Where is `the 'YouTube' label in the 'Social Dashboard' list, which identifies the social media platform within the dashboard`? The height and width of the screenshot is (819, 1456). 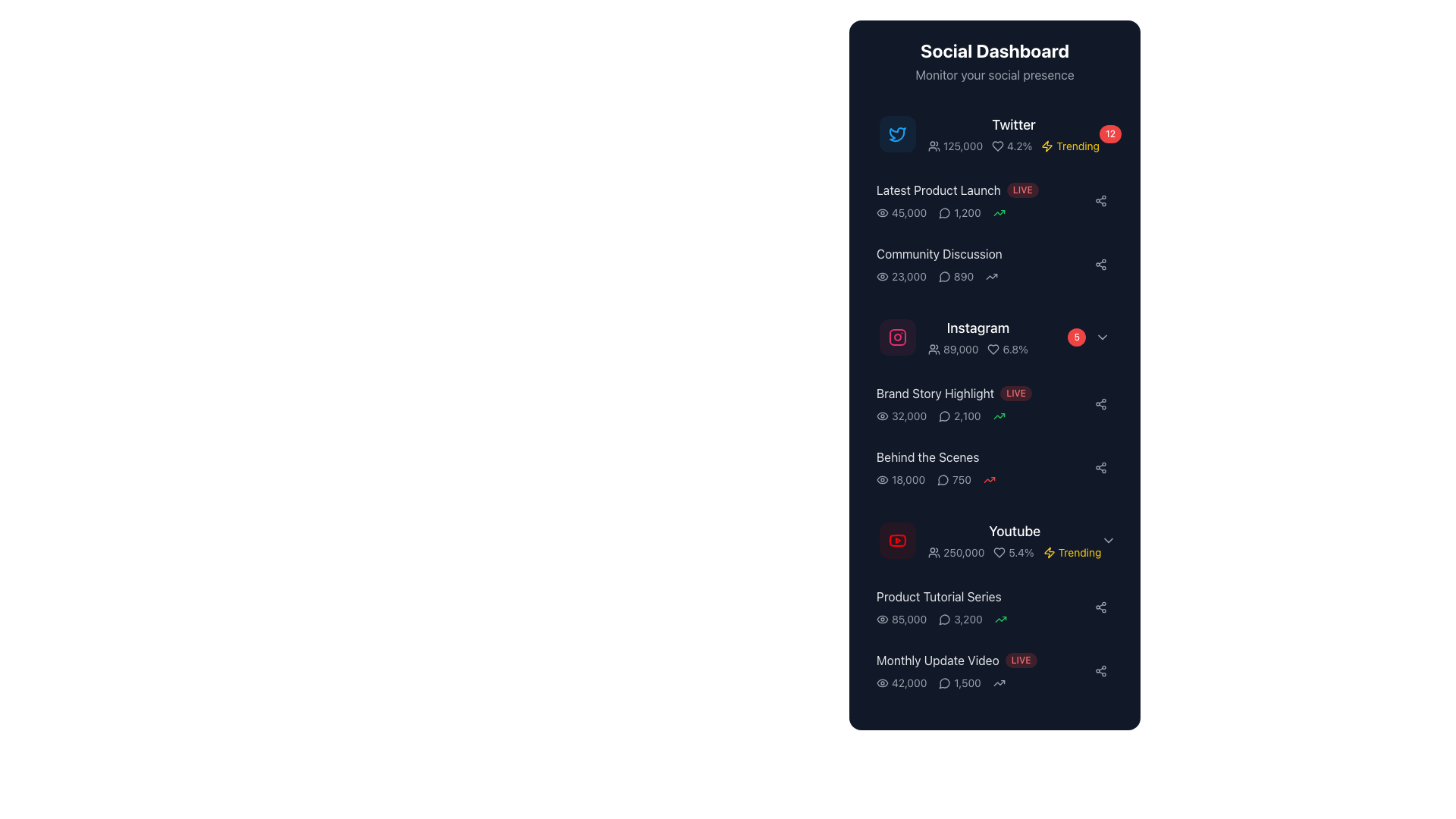
the 'YouTube' label in the 'Social Dashboard' list, which identifies the social media platform within the dashboard is located at coordinates (1015, 531).